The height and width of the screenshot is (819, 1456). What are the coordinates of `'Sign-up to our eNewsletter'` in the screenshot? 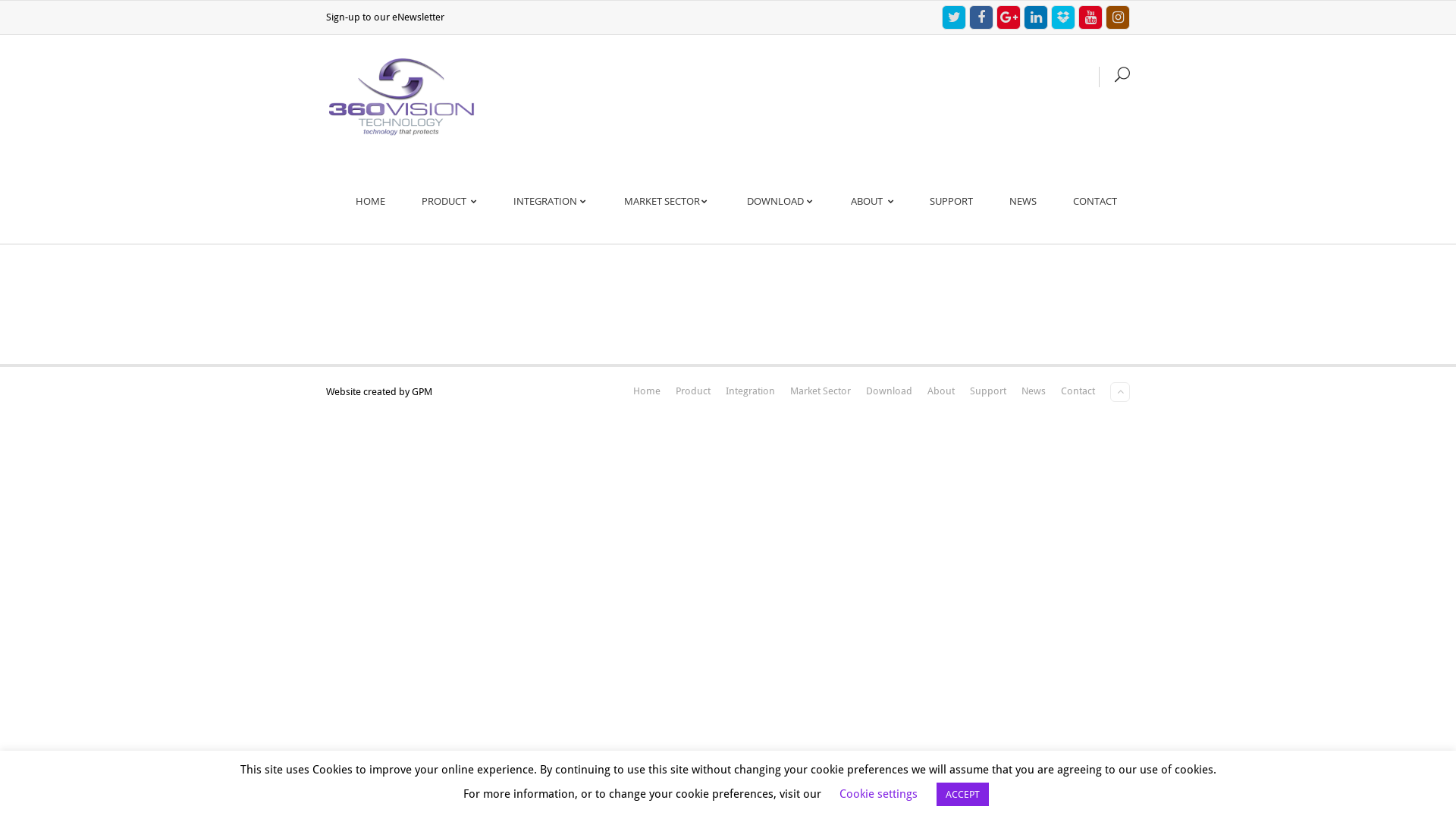 It's located at (385, 17).